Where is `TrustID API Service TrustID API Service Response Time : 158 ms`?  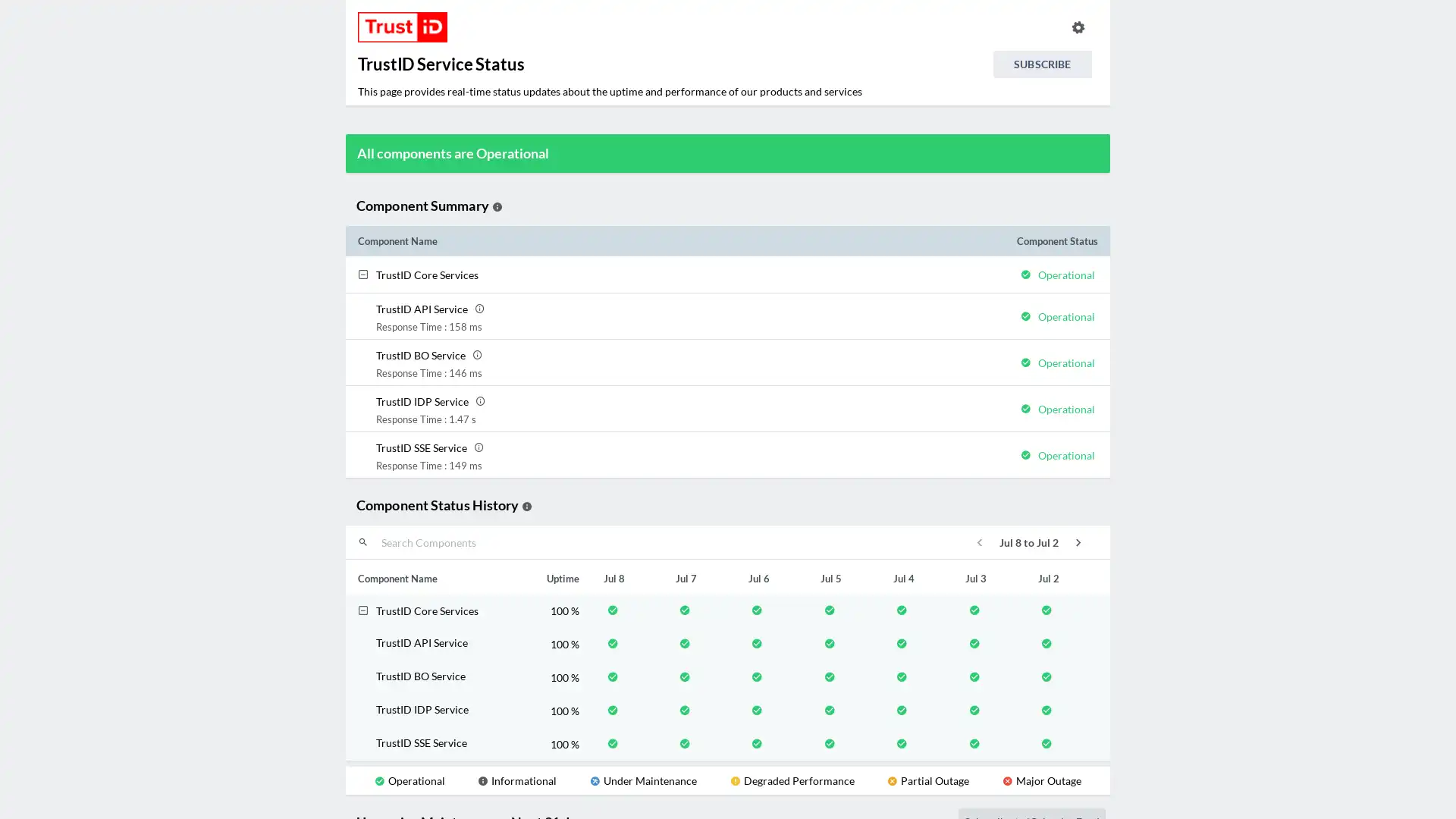
TrustID API Service TrustID API Service Response Time : 158 ms is located at coordinates (635, 315).